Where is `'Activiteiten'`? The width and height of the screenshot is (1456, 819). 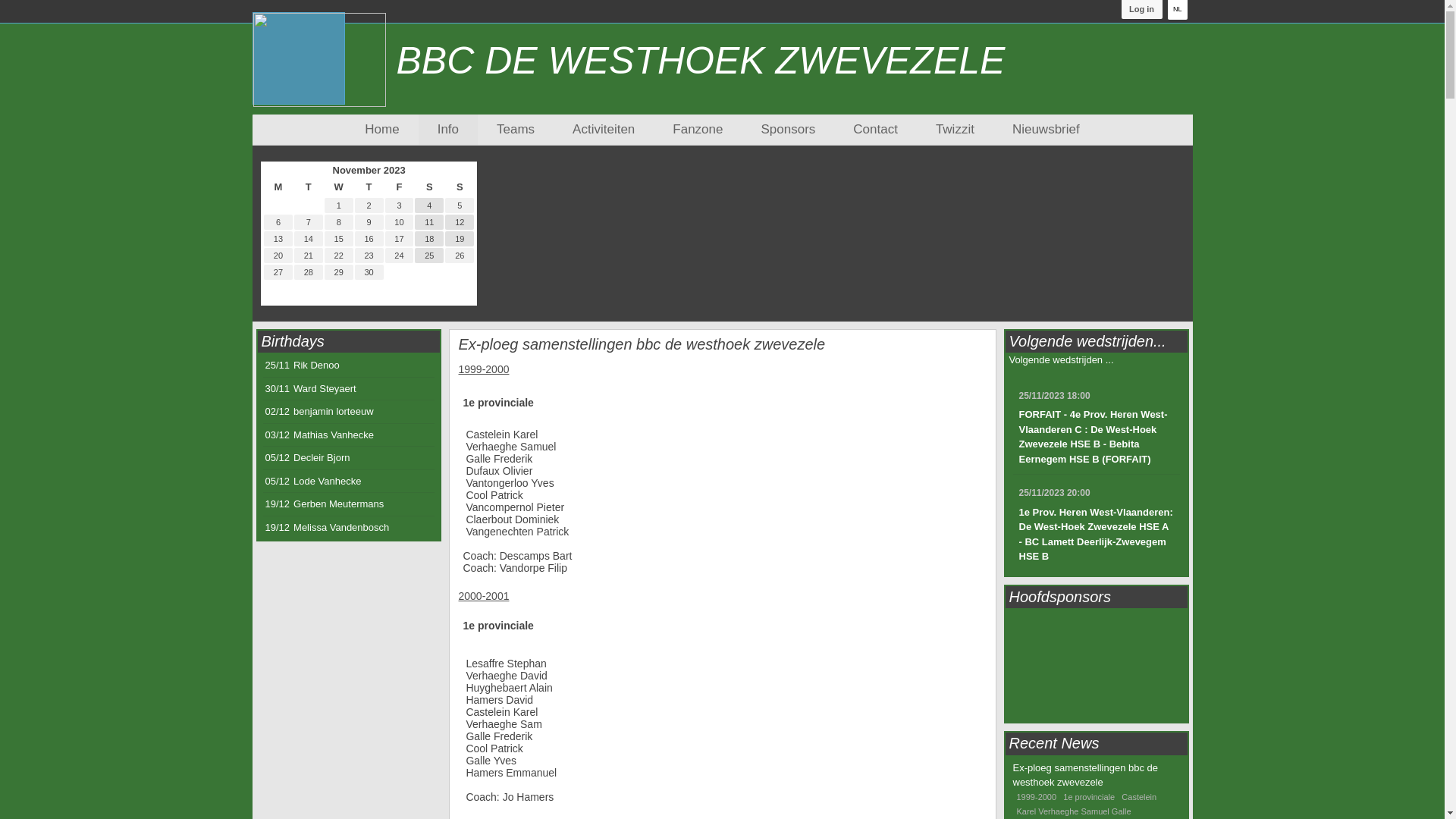
'Activiteiten' is located at coordinates (603, 128).